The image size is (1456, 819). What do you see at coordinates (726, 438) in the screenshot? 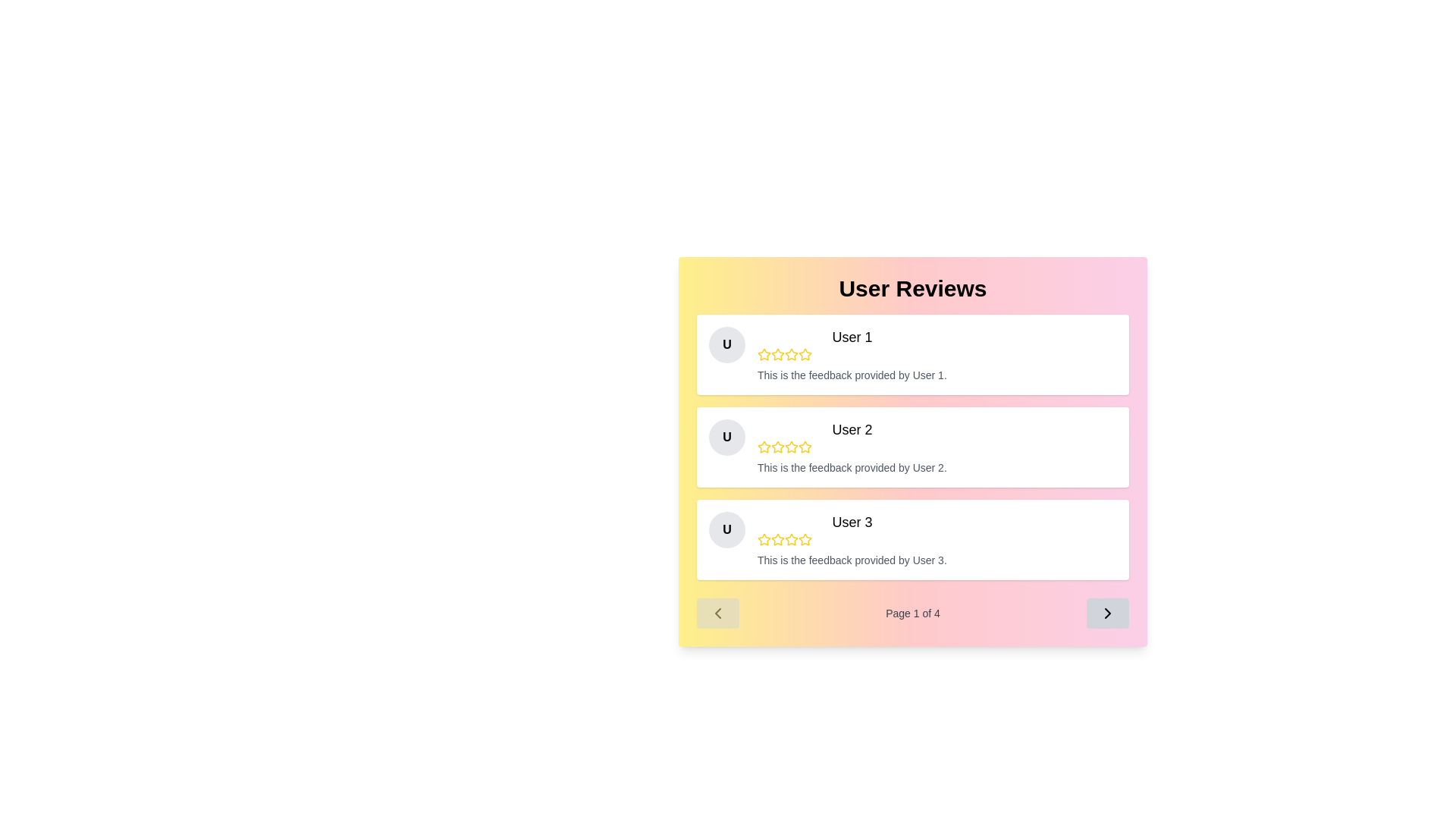
I see `the circular badge with a light gray background and a bold black capital 'U' in its center, which is positioned at the top-left corner of the card for 'User 2'` at bounding box center [726, 438].